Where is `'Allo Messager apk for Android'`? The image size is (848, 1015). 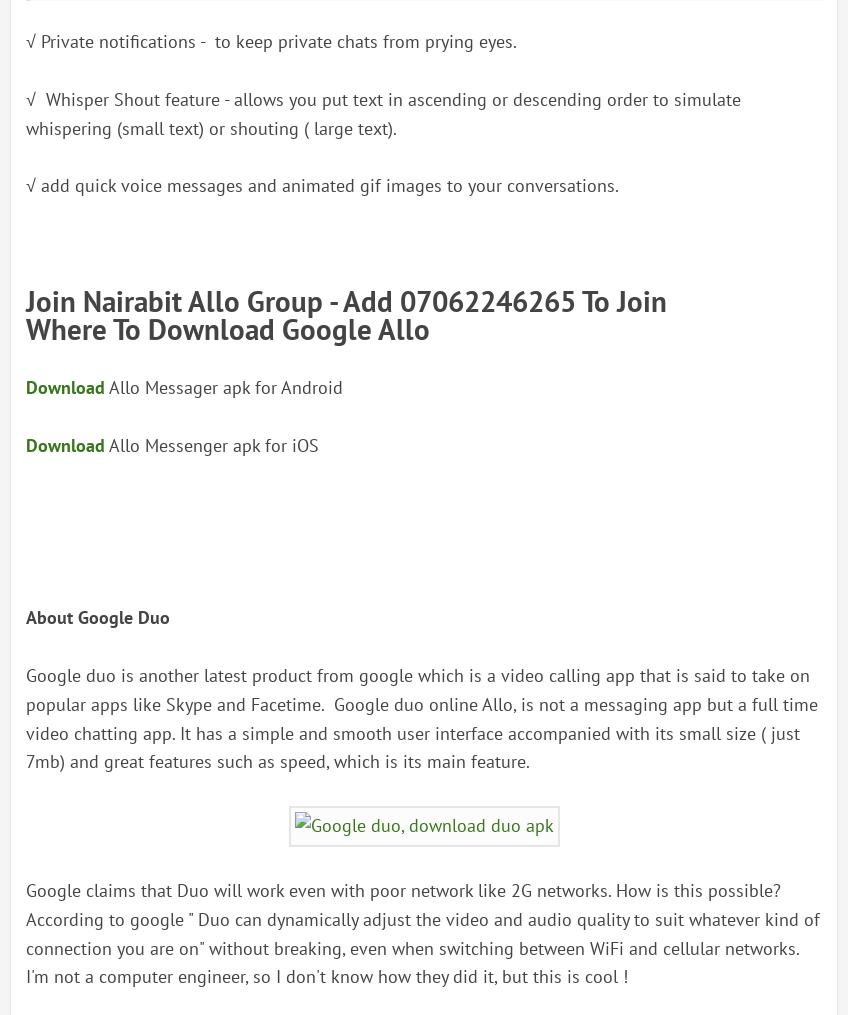 'Allo Messager apk for Android' is located at coordinates (223, 386).